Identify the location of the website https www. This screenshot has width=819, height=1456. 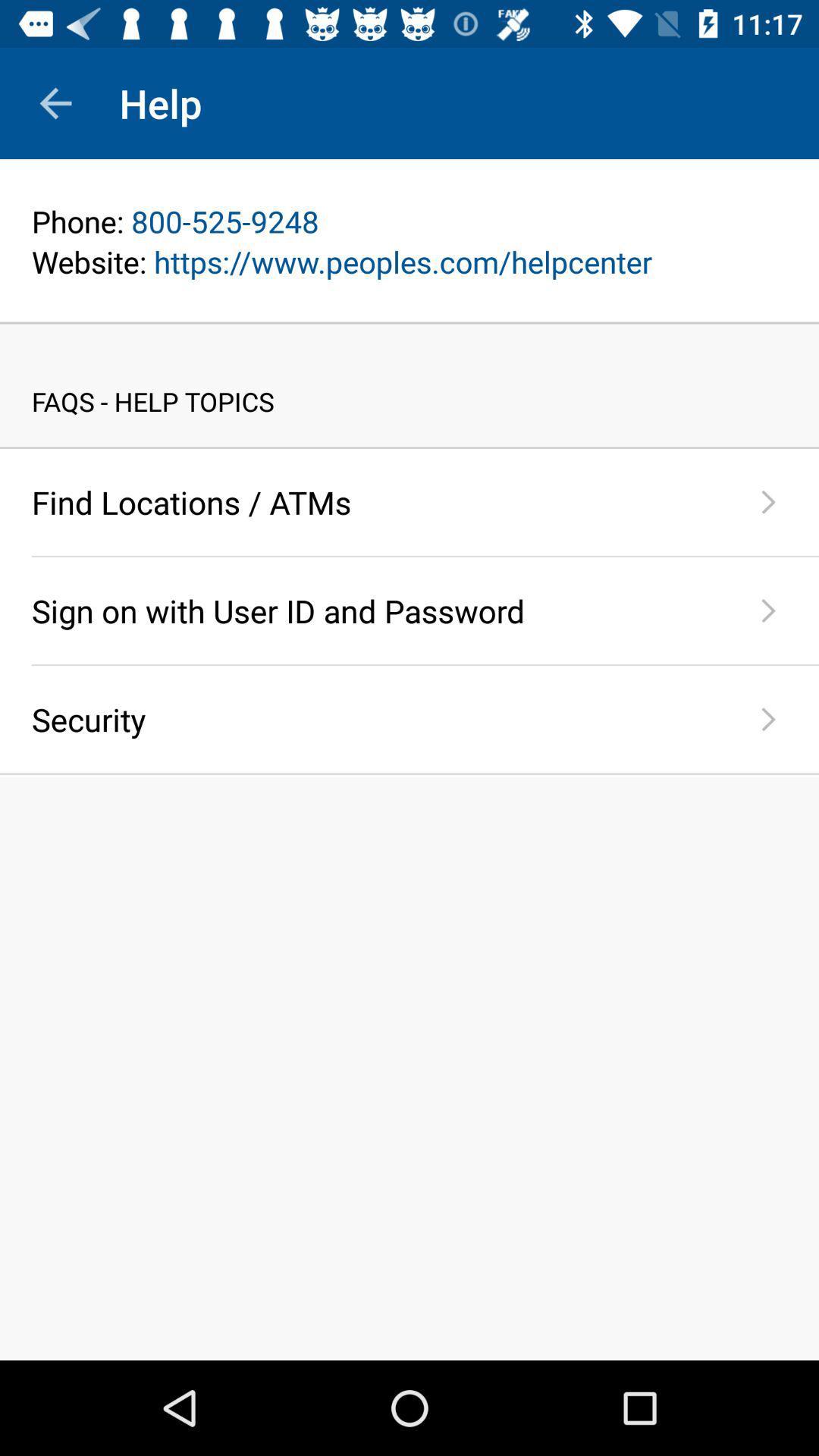
(409, 262).